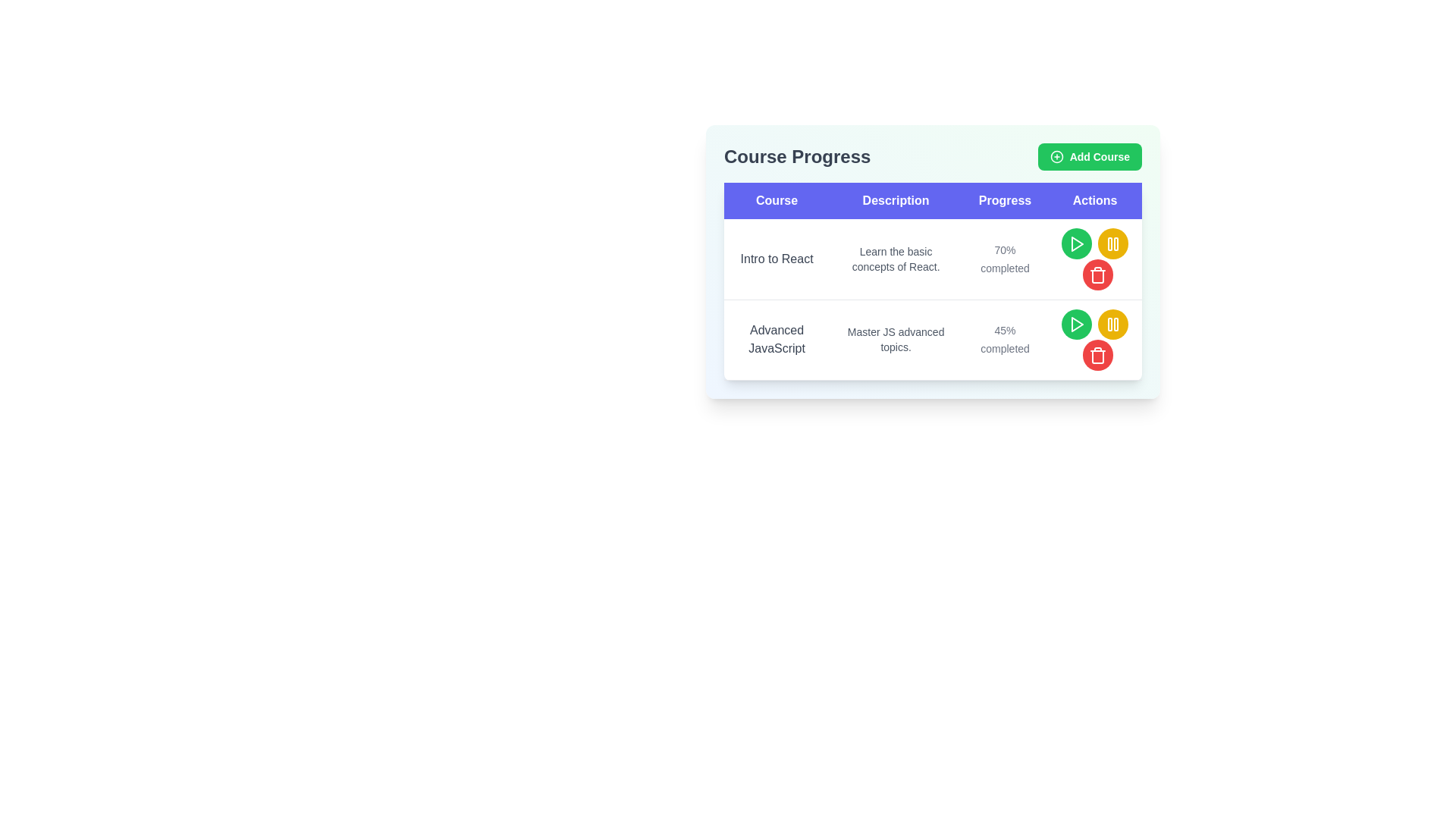  Describe the element at coordinates (1095, 339) in the screenshot. I see `the delete button in the 'Actions' column of the second row in the 'Course Progress' table for the 'Advanced JavaScript' course` at that location.